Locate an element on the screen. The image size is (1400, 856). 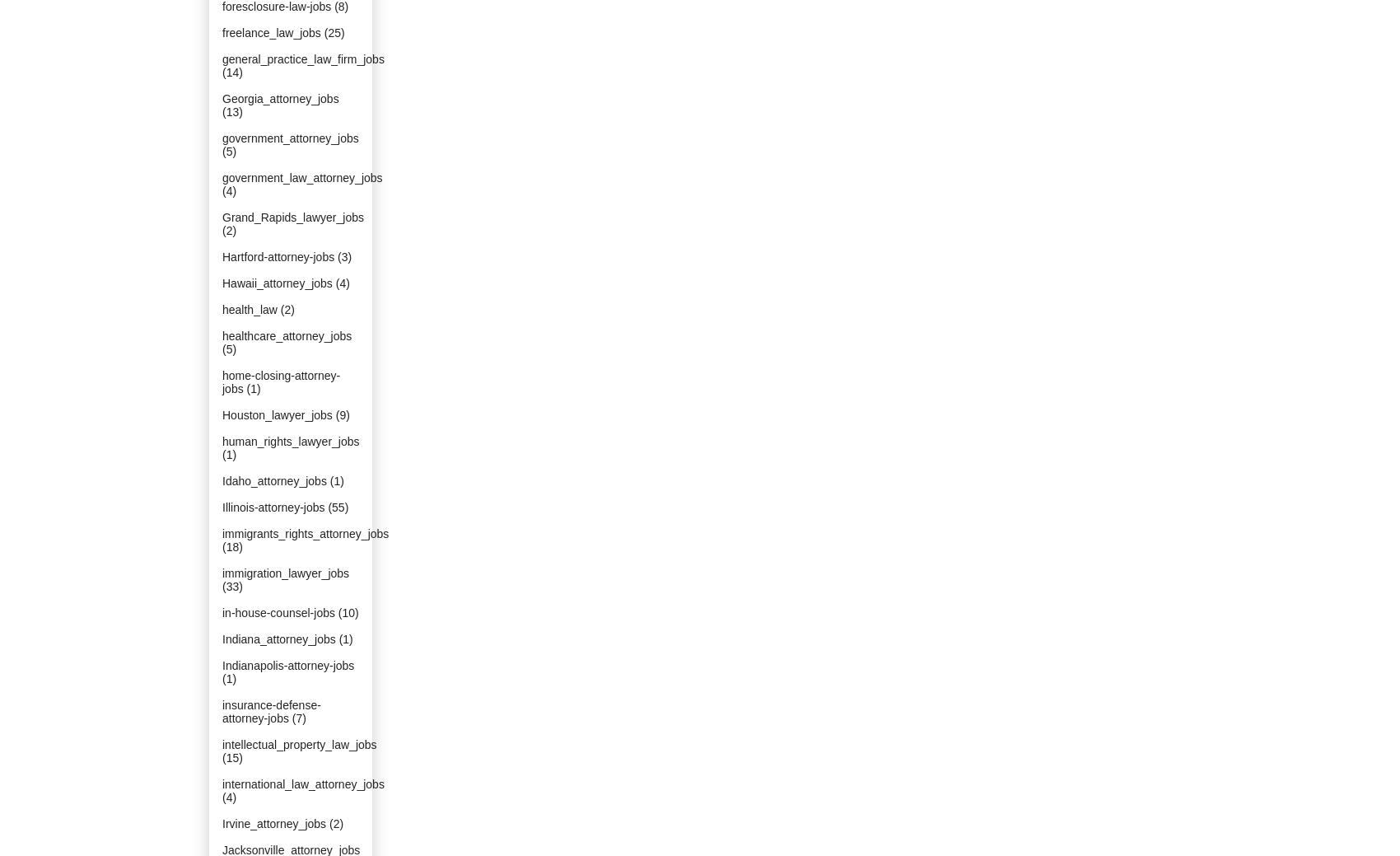
'(14)' is located at coordinates (232, 72).